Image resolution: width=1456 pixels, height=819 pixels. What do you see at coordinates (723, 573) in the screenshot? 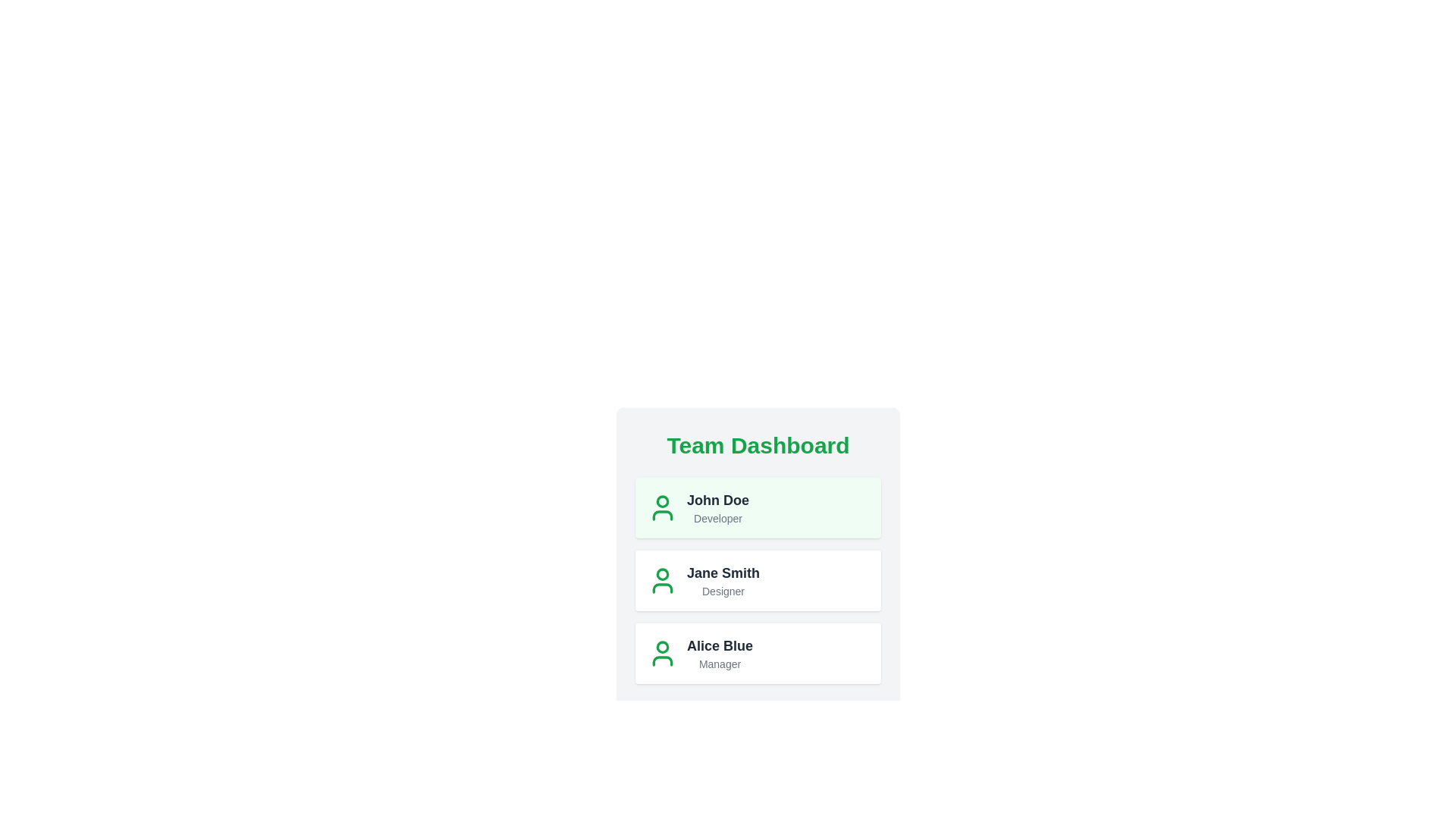
I see `the text label displaying 'Jane Smith' in bold black font, which is centrally positioned in the second card of a vertically-aligned stack of team member cards` at bounding box center [723, 573].